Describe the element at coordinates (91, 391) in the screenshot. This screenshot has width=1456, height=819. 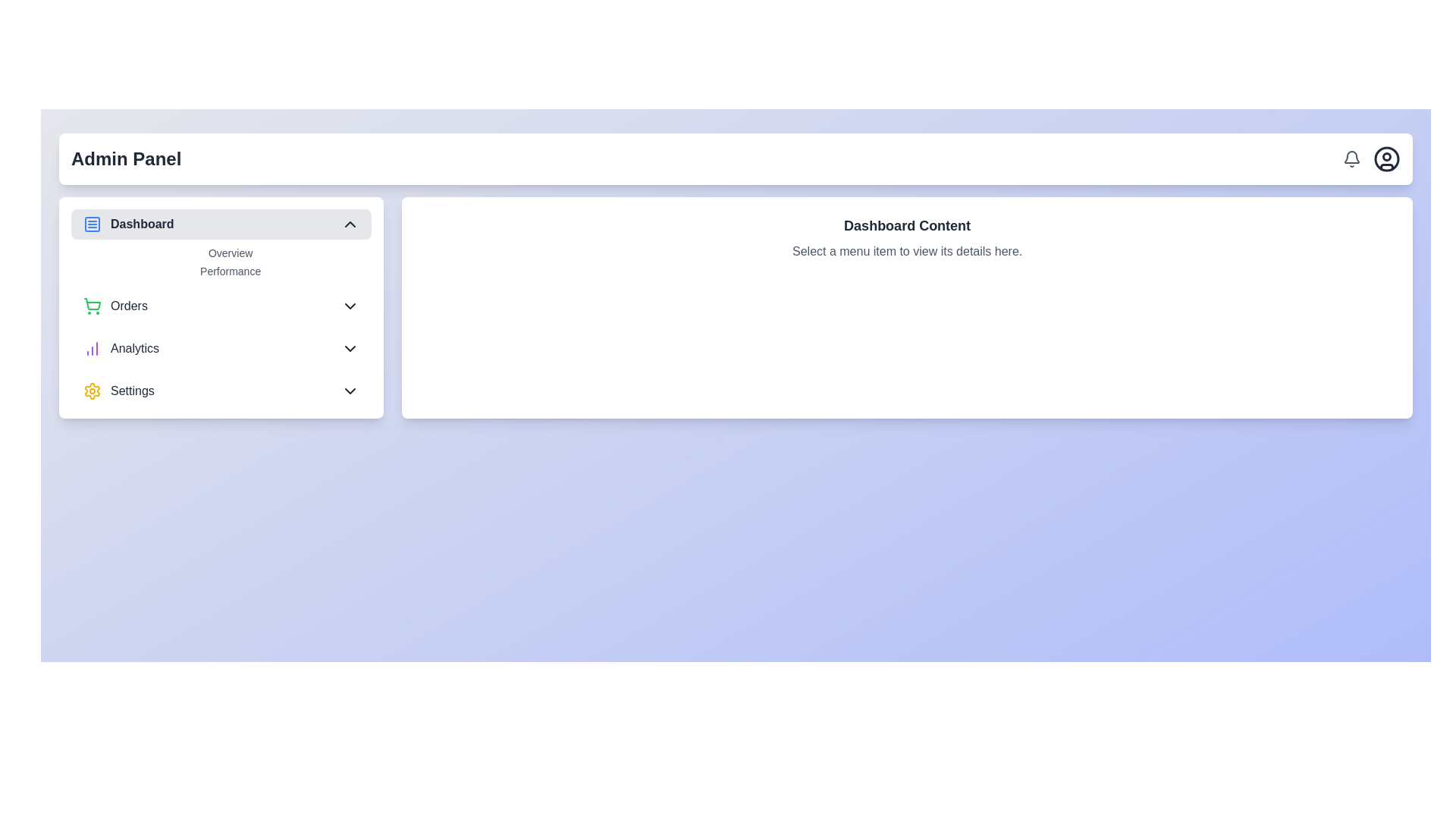
I see `the 'Settings' icon located on the left side of the interface, which serves as a visual indicator for the 'Settings' menu item, positioned before the 'Settings' label` at that location.